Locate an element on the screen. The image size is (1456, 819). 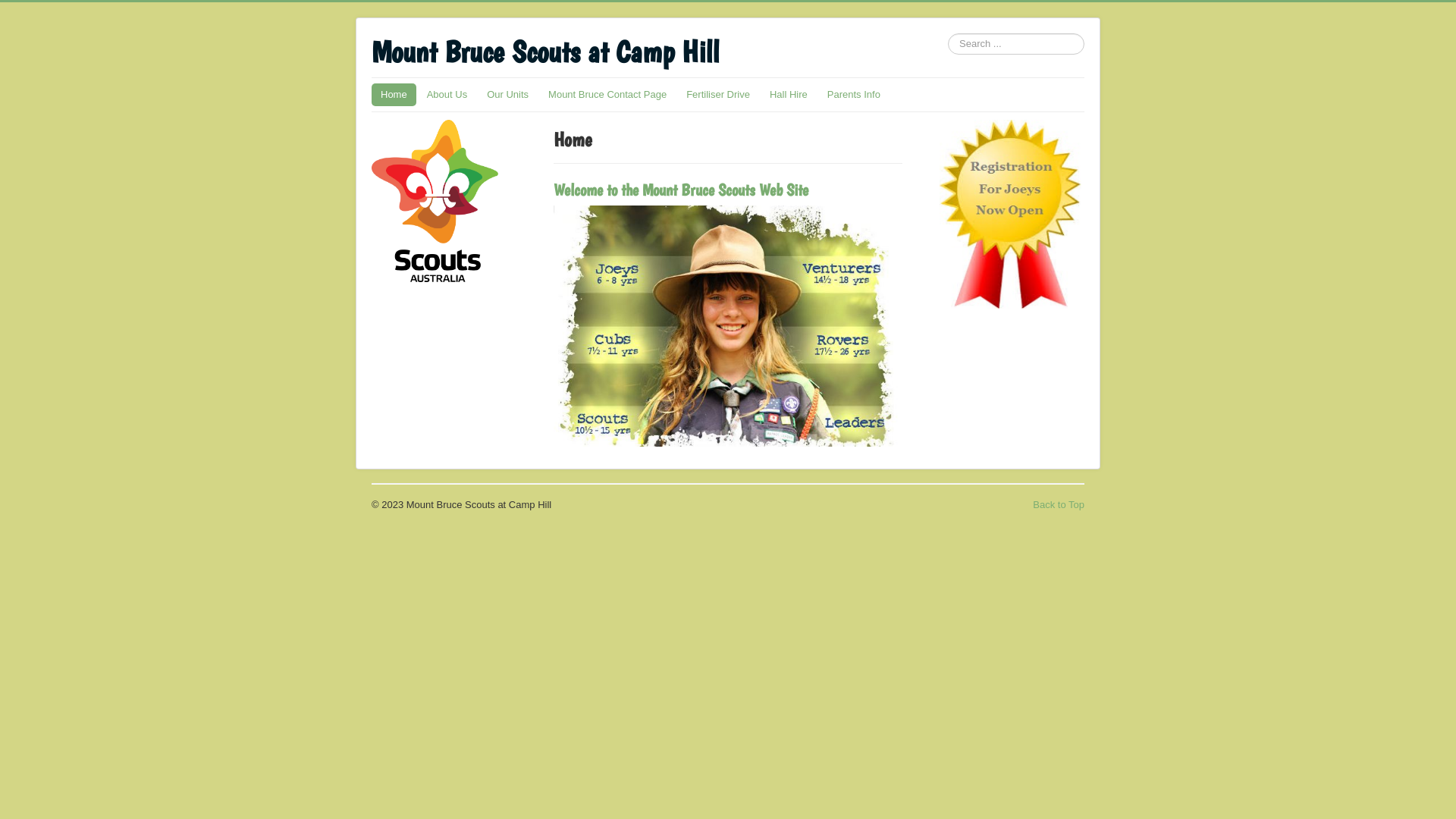
'Parents Info' is located at coordinates (854, 94).